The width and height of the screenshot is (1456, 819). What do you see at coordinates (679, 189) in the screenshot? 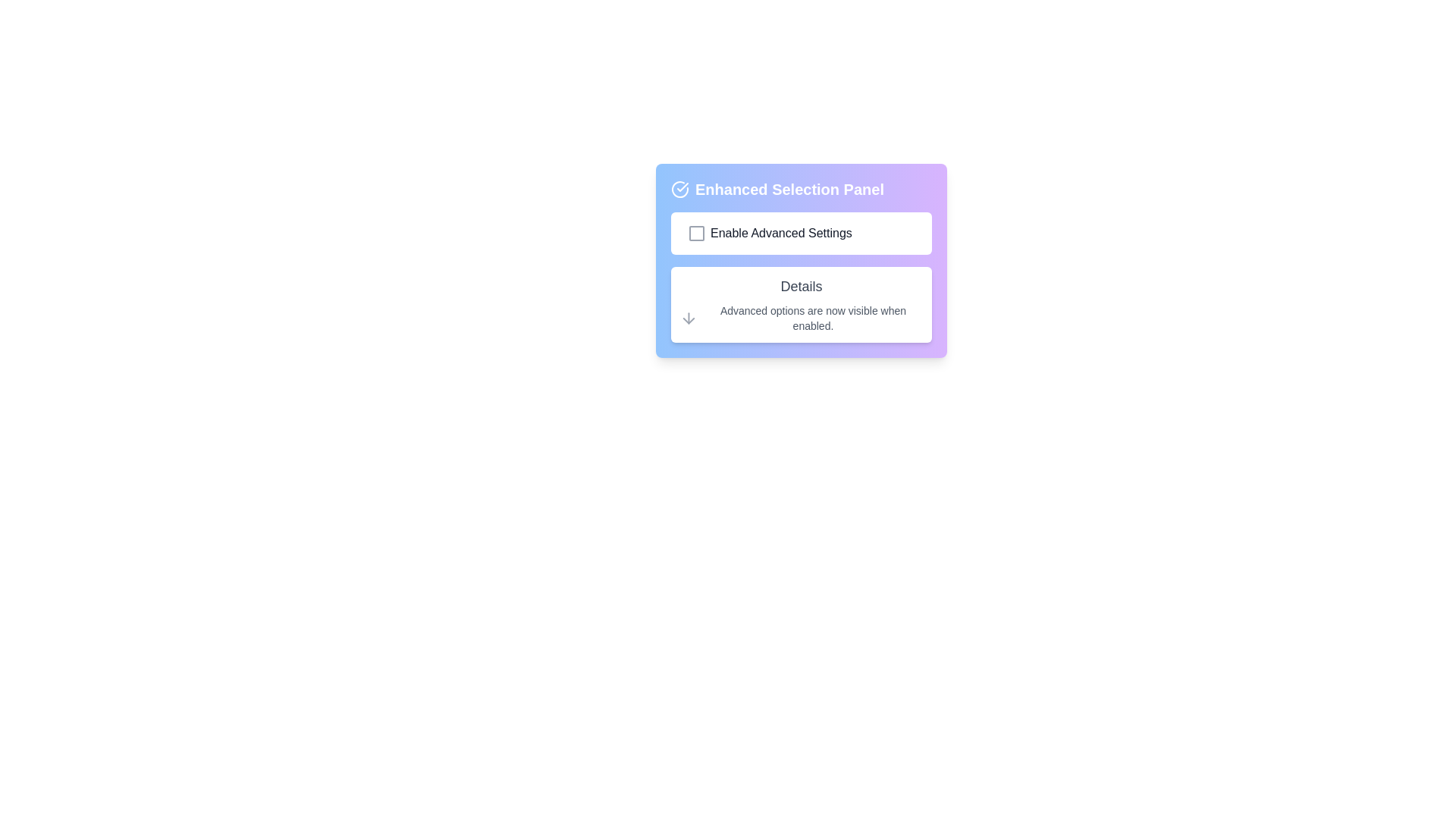
I see `the circular checkmark icon located in the header of the 'Enhanced Selection Panel', which is styled with a white stroke and positioned to the left of the text` at bounding box center [679, 189].